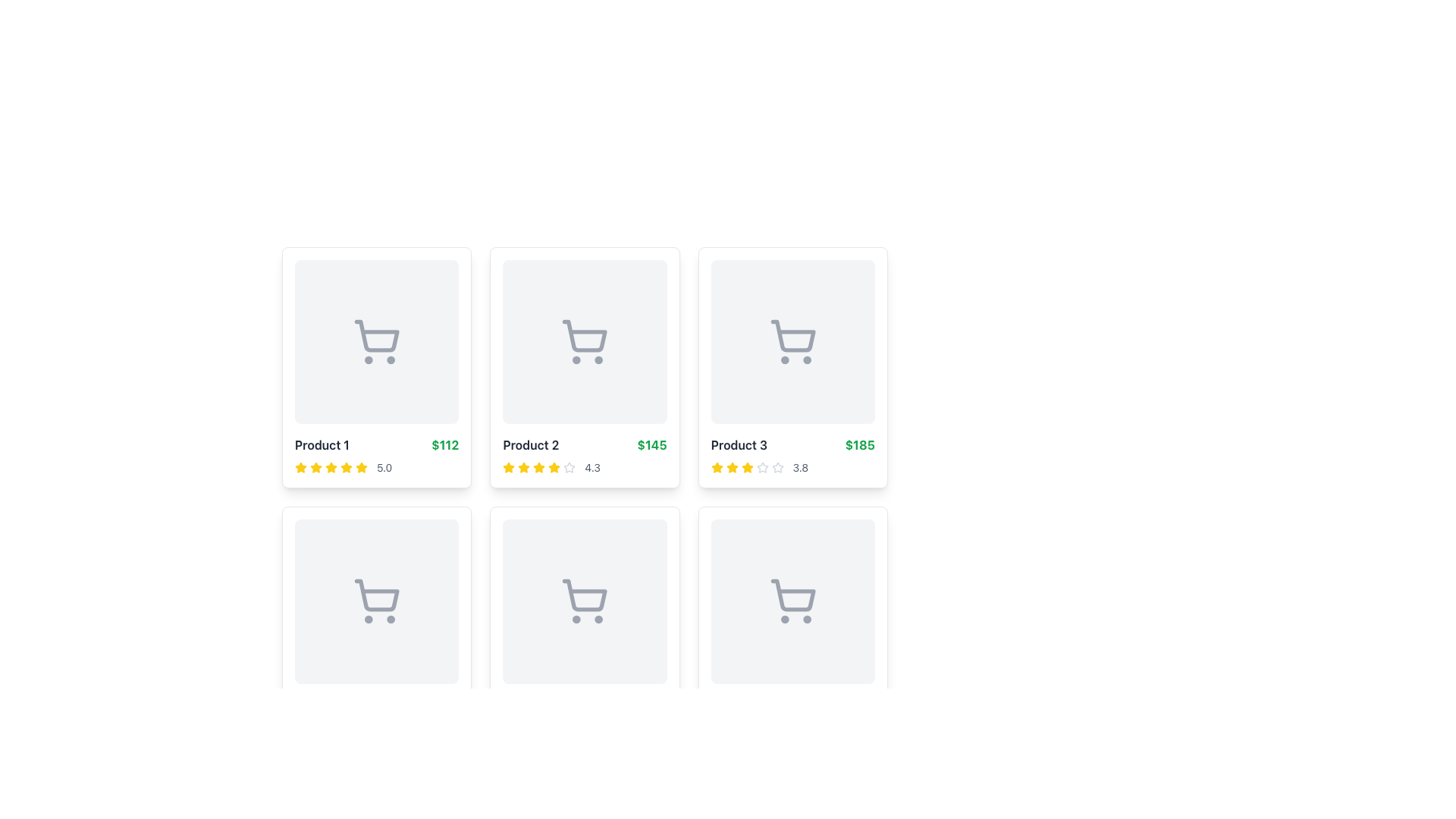 This screenshot has height=819, width=1456. What do you see at coordinates (377, 601) in the screenshot?
I see `the image placeholder with a shopping cart icon located in the second row and first column of the product card grid for 'Product 4' priced at '$196' and rated '4.5 stars.'` at bounding box center [377, 601].